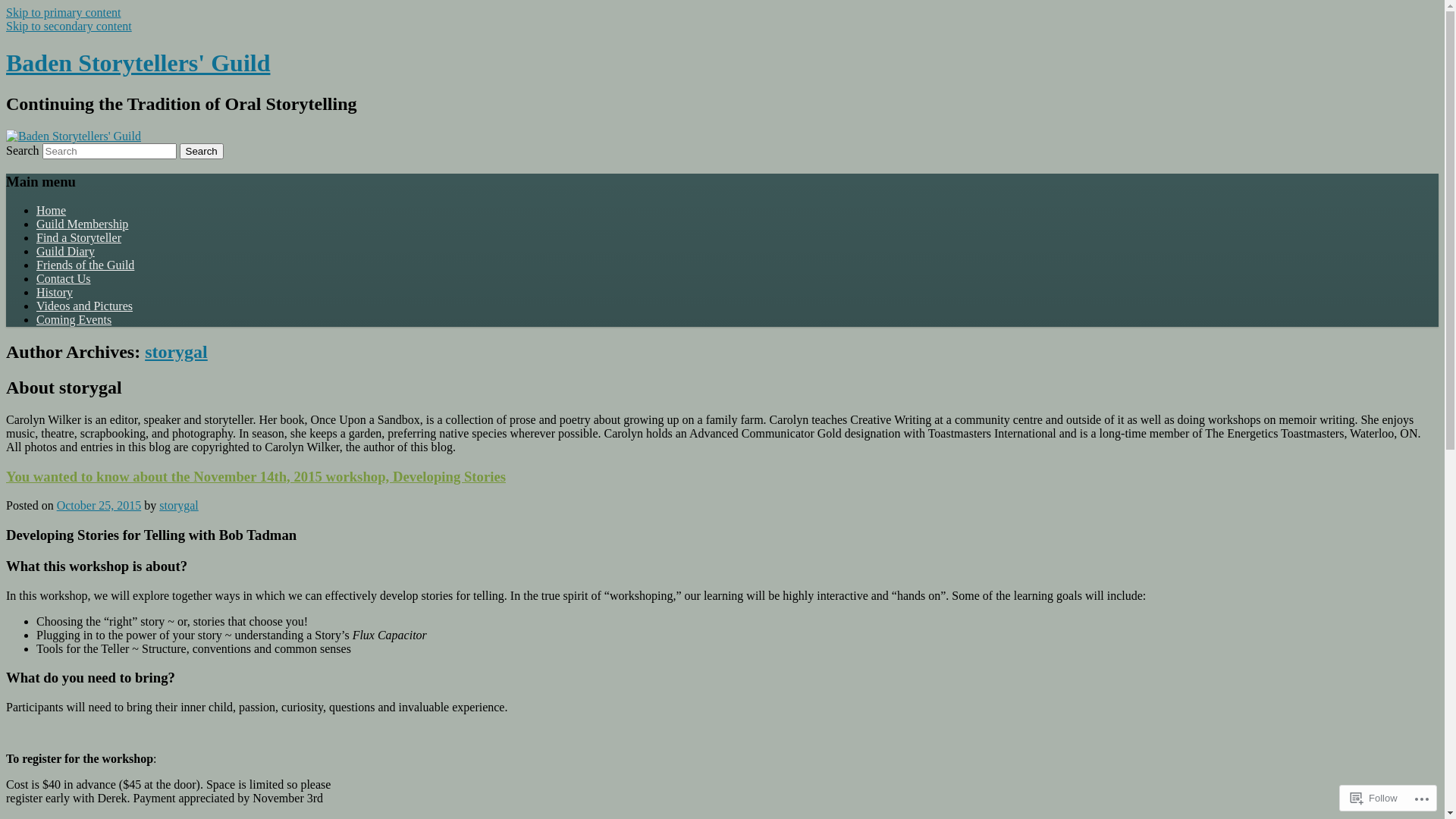  Describe the element at coordinates (84, 264) in the screenshot. I see `'Friends of the Guild'` at that location.